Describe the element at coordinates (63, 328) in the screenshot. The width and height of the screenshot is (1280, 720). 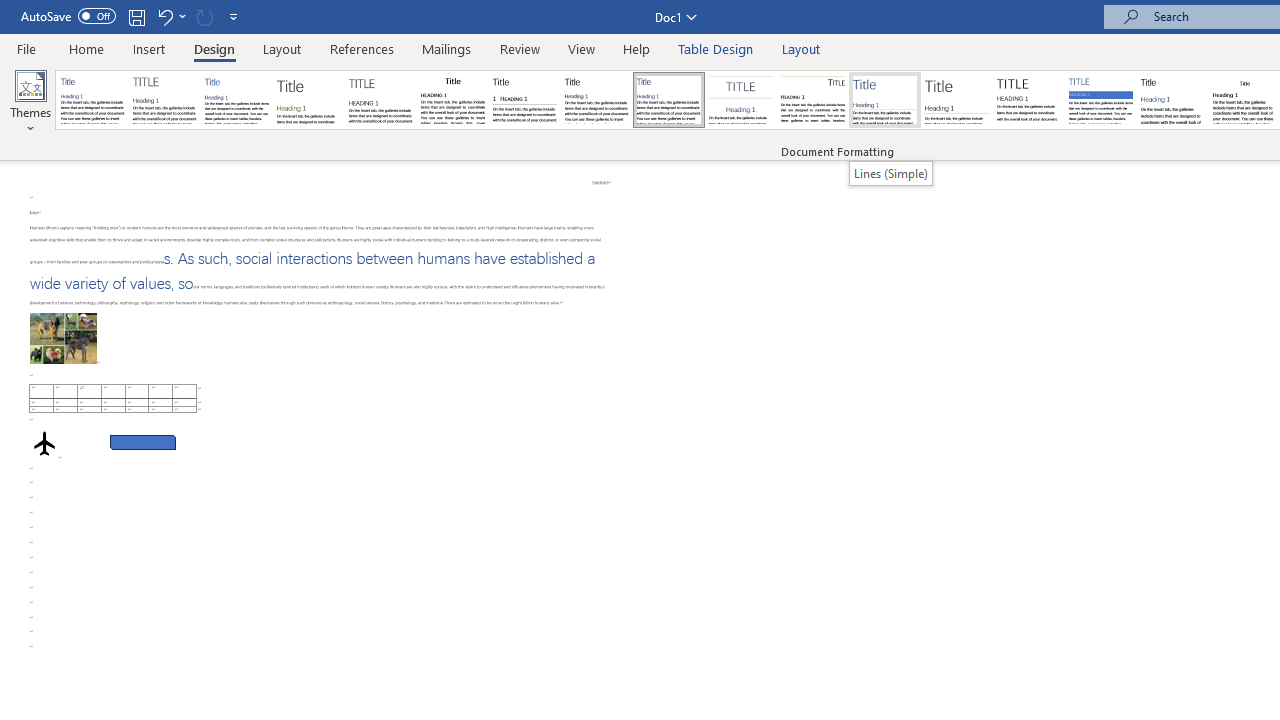
I see `'Morphological variation in six dogs'` at that location.